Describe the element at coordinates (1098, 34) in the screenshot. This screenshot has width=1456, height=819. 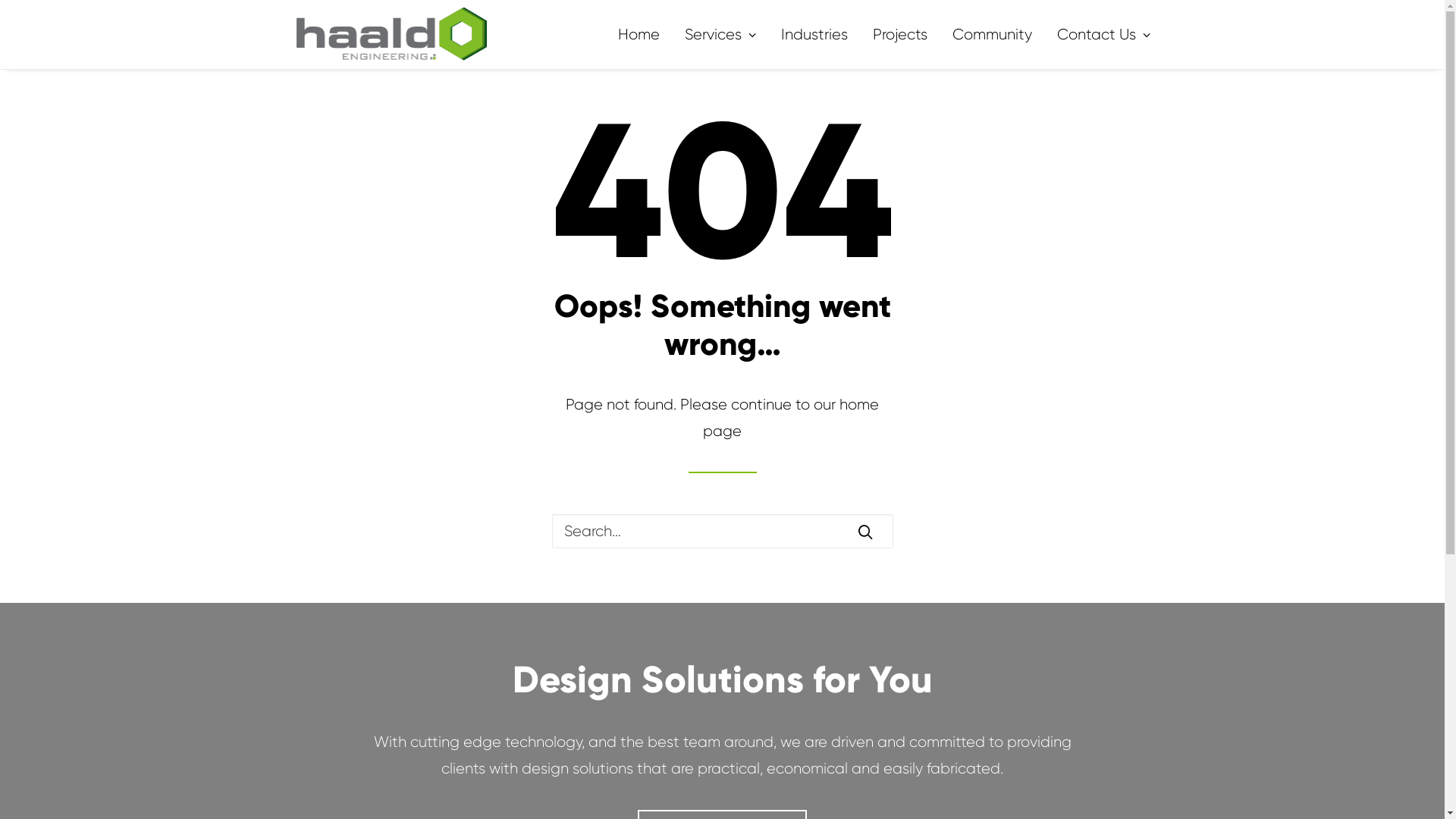
I see `'Contact Us'` at that location.